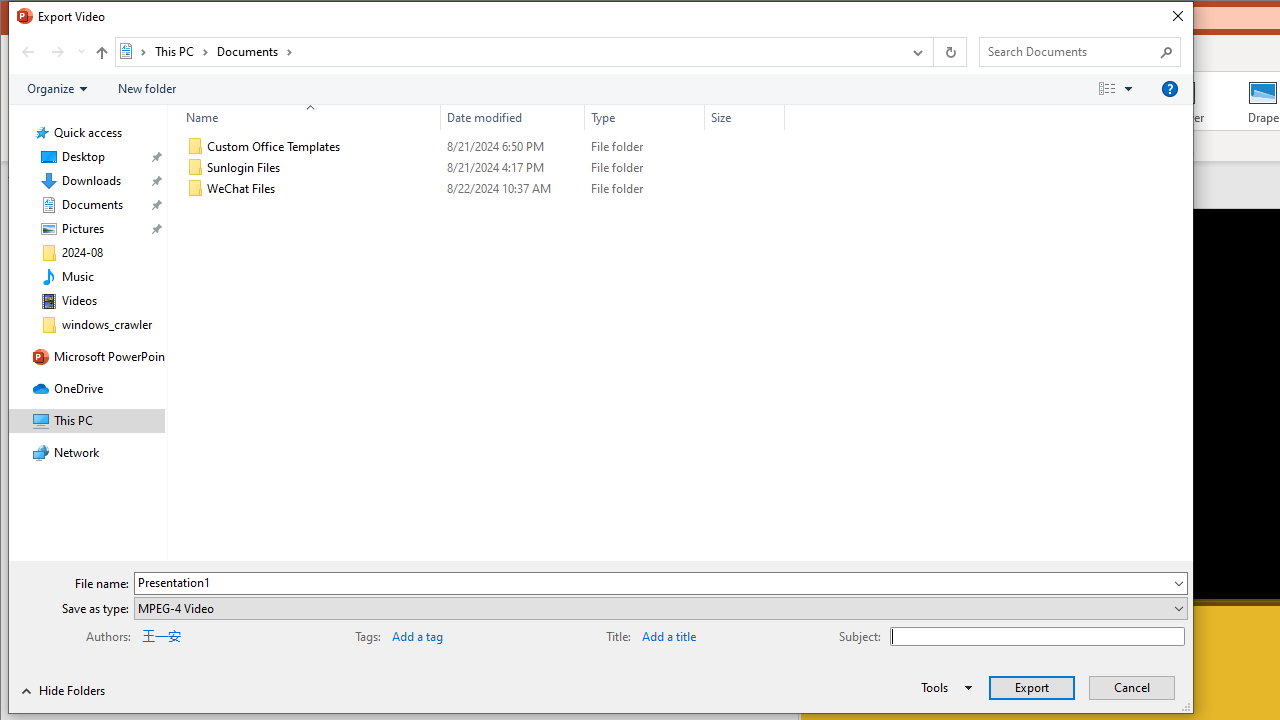 The height and width of the screenshot is (720, 1280). Describe the element at coordinates (1132, 687) in the screenshot. I see `'Cancel'` at that location.